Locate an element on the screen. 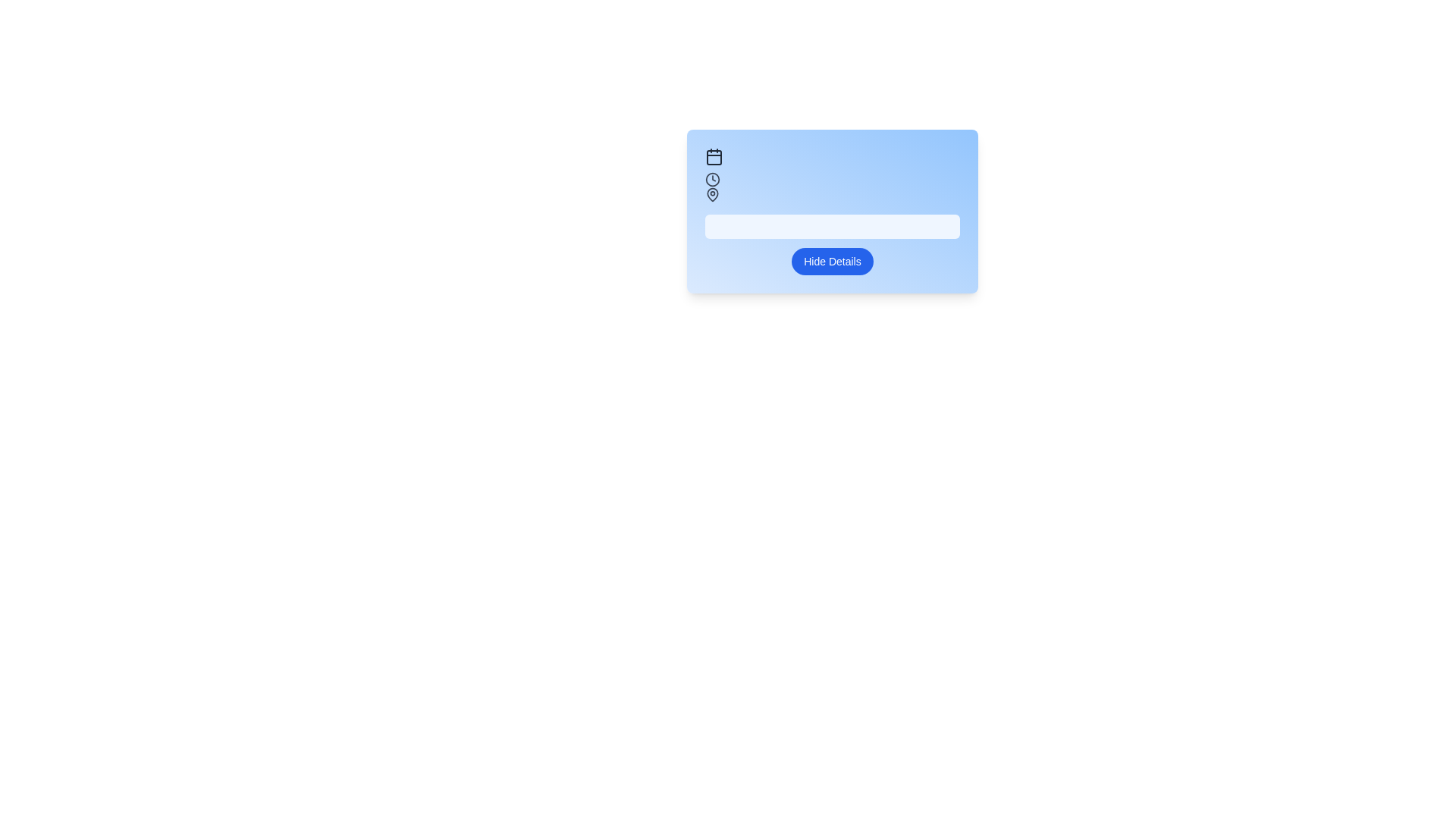 The height and width of the screenshot is (819, 1456). the interactive button located at the bottom of the card is located at coordinates (832, 260).